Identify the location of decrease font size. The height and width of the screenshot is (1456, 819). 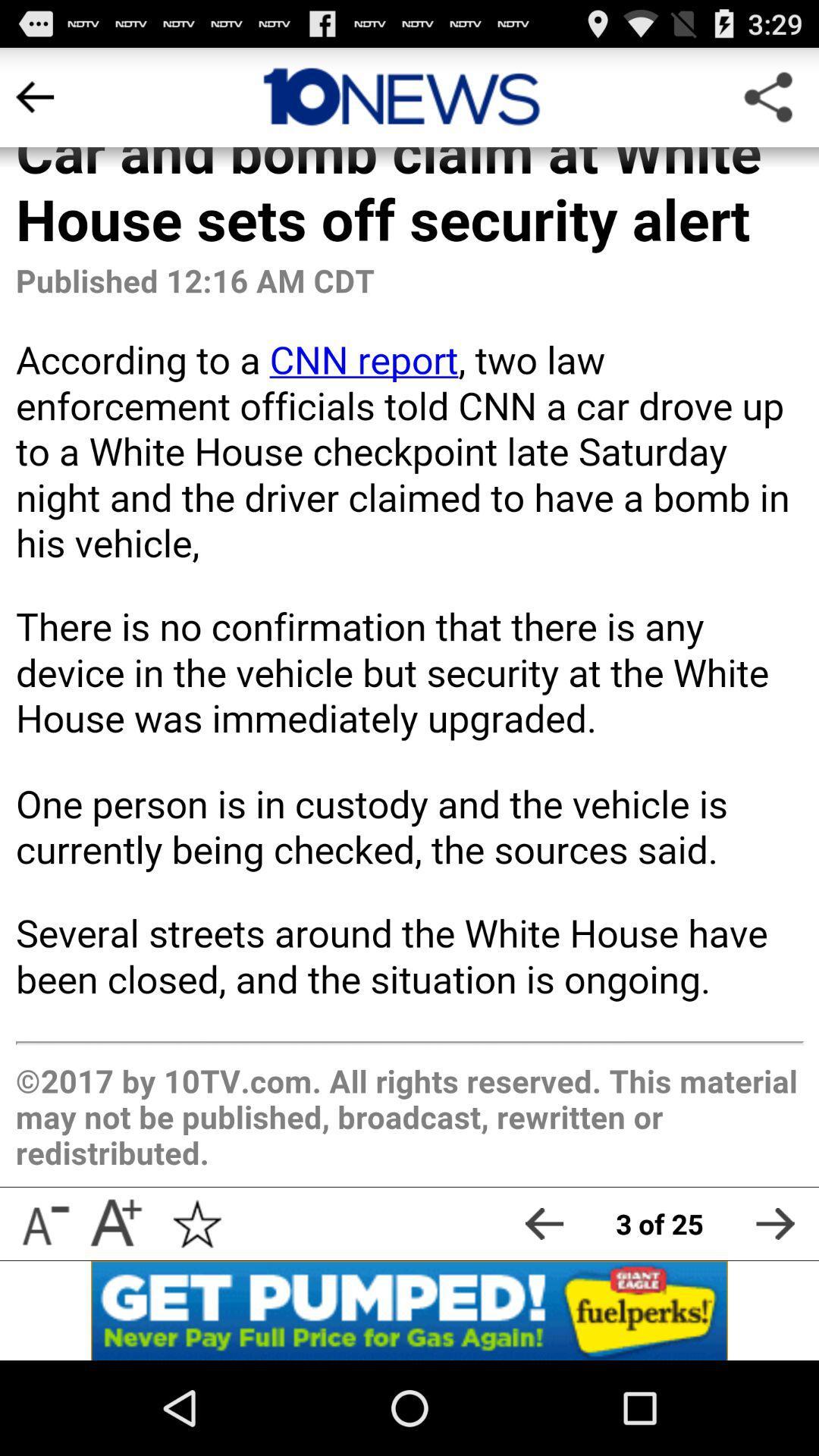
(42, 1223).